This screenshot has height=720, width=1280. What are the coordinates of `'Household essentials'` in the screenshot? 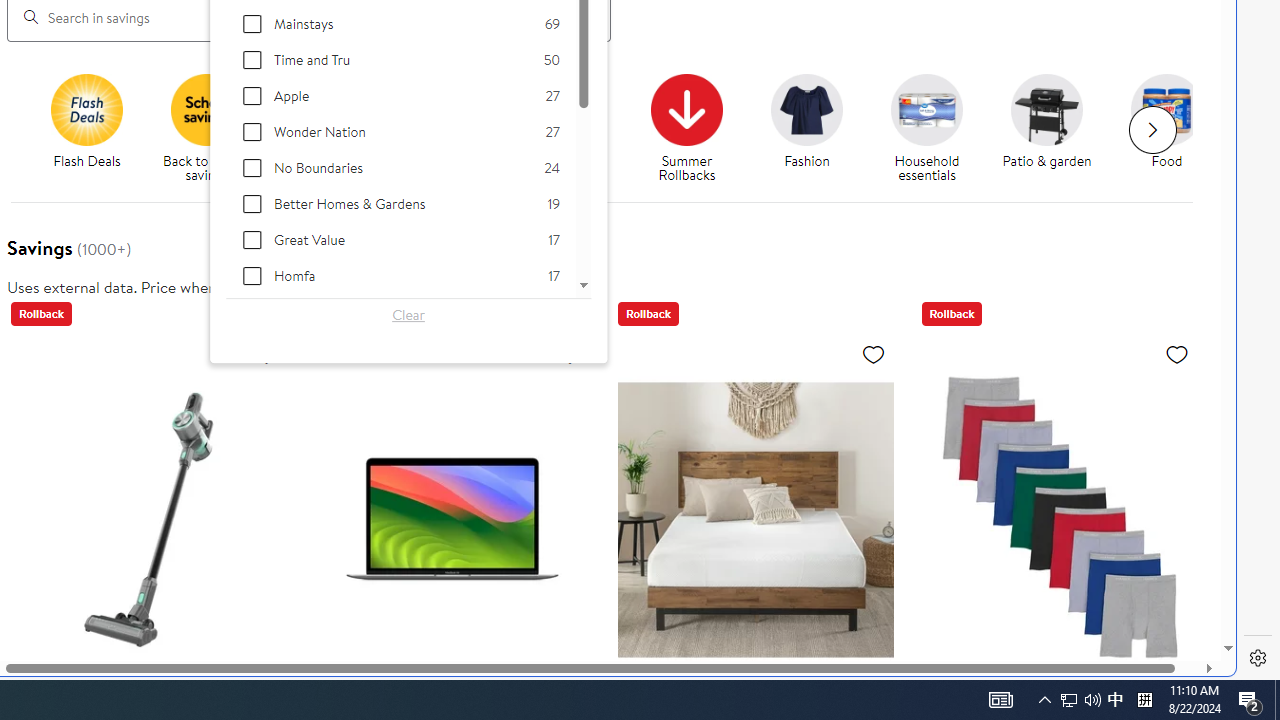 It's located at (934, 129).